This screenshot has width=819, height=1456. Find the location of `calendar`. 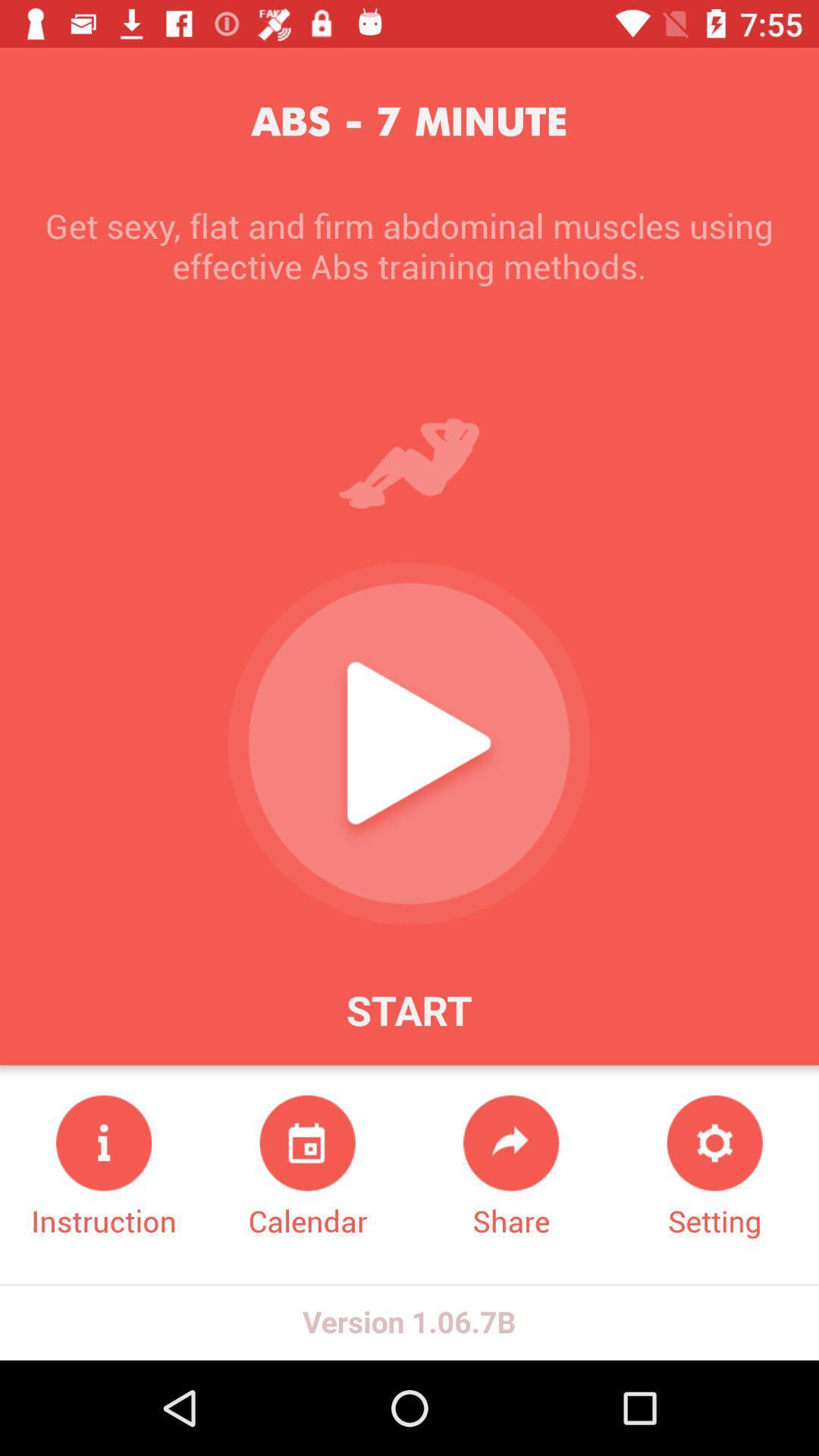

calendar is located at coordinates (307, 1167).